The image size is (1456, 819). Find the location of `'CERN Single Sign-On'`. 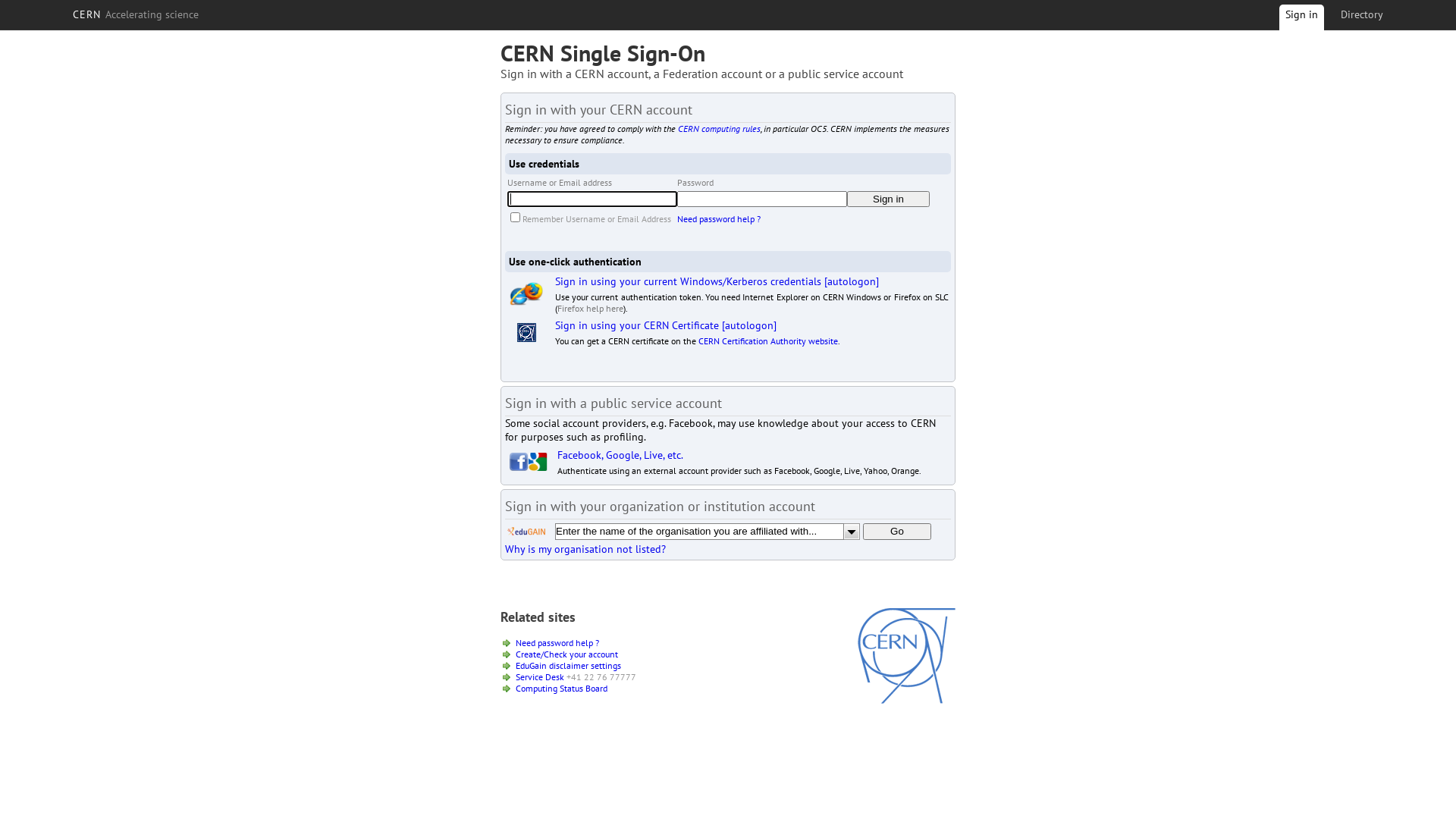

'CERN Single Sign-On' is located at coordinates (602, 52).